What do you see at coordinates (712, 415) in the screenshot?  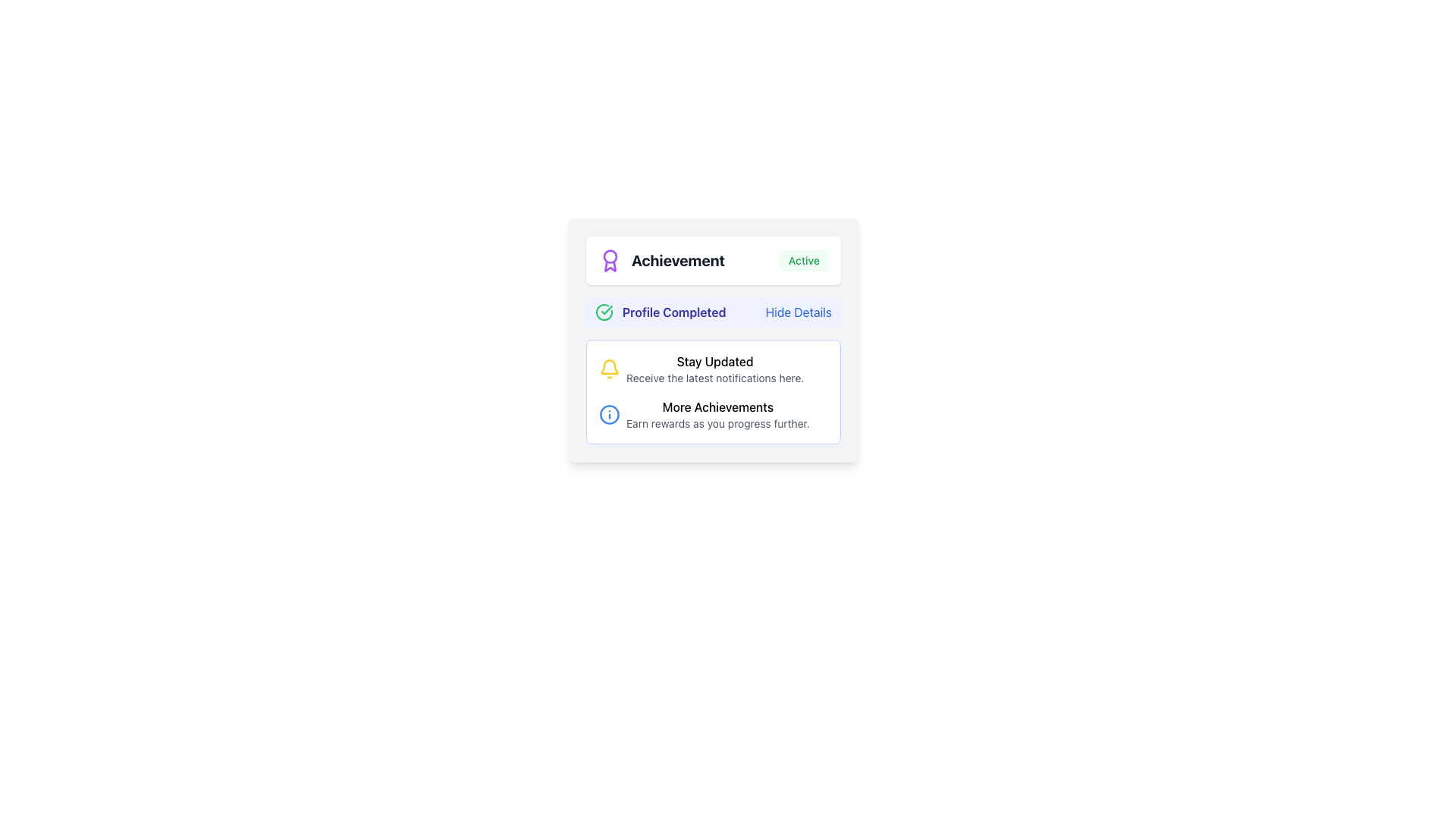 I see `the 'More Achievements' Informative Text Block, which contains a blue information icon and bolded header` at bounding box center [712, 415].